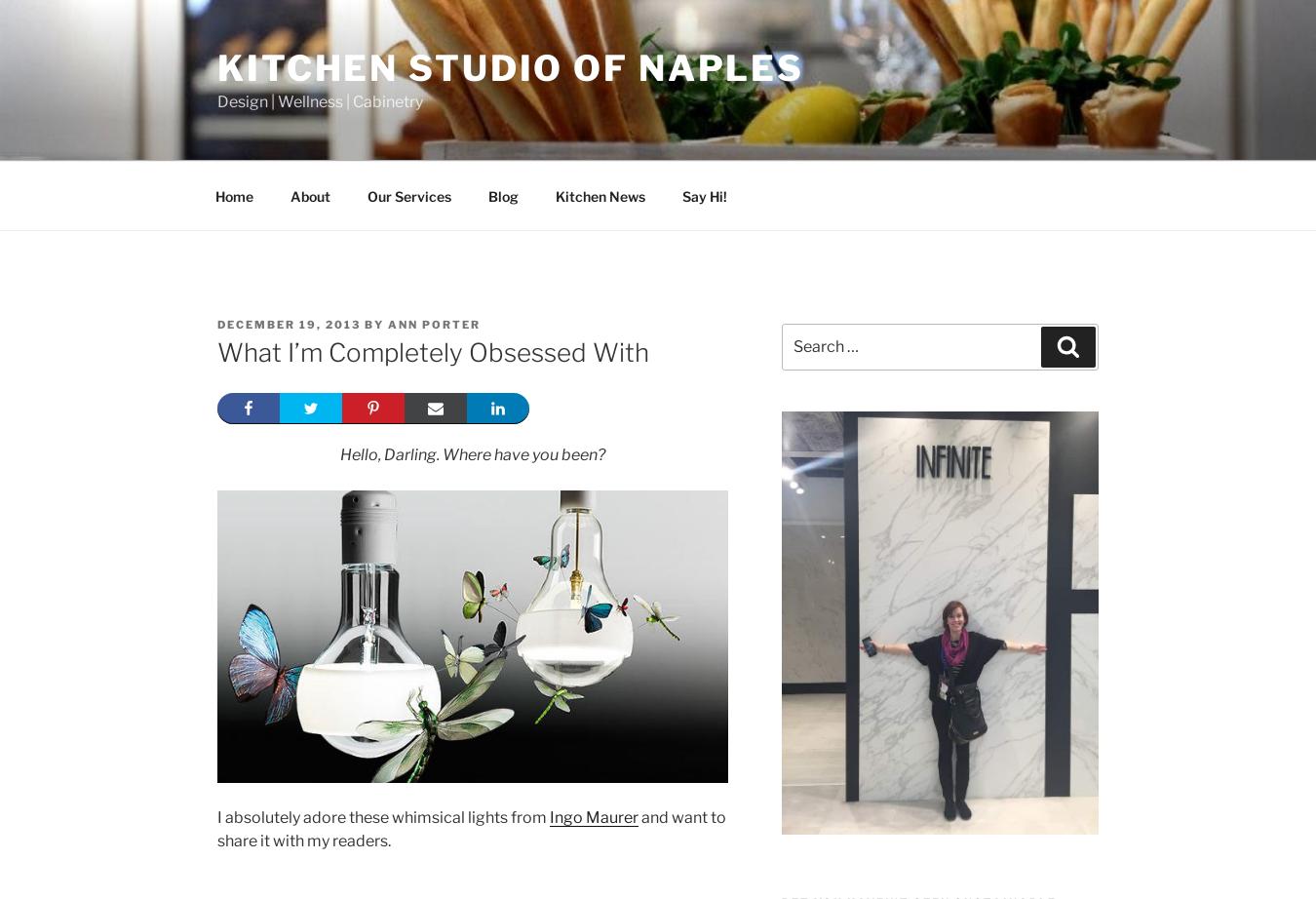  What do you see at coordinates (308, 195) in the screenshot?
I see `'About'` at bounding box center [308, 195].